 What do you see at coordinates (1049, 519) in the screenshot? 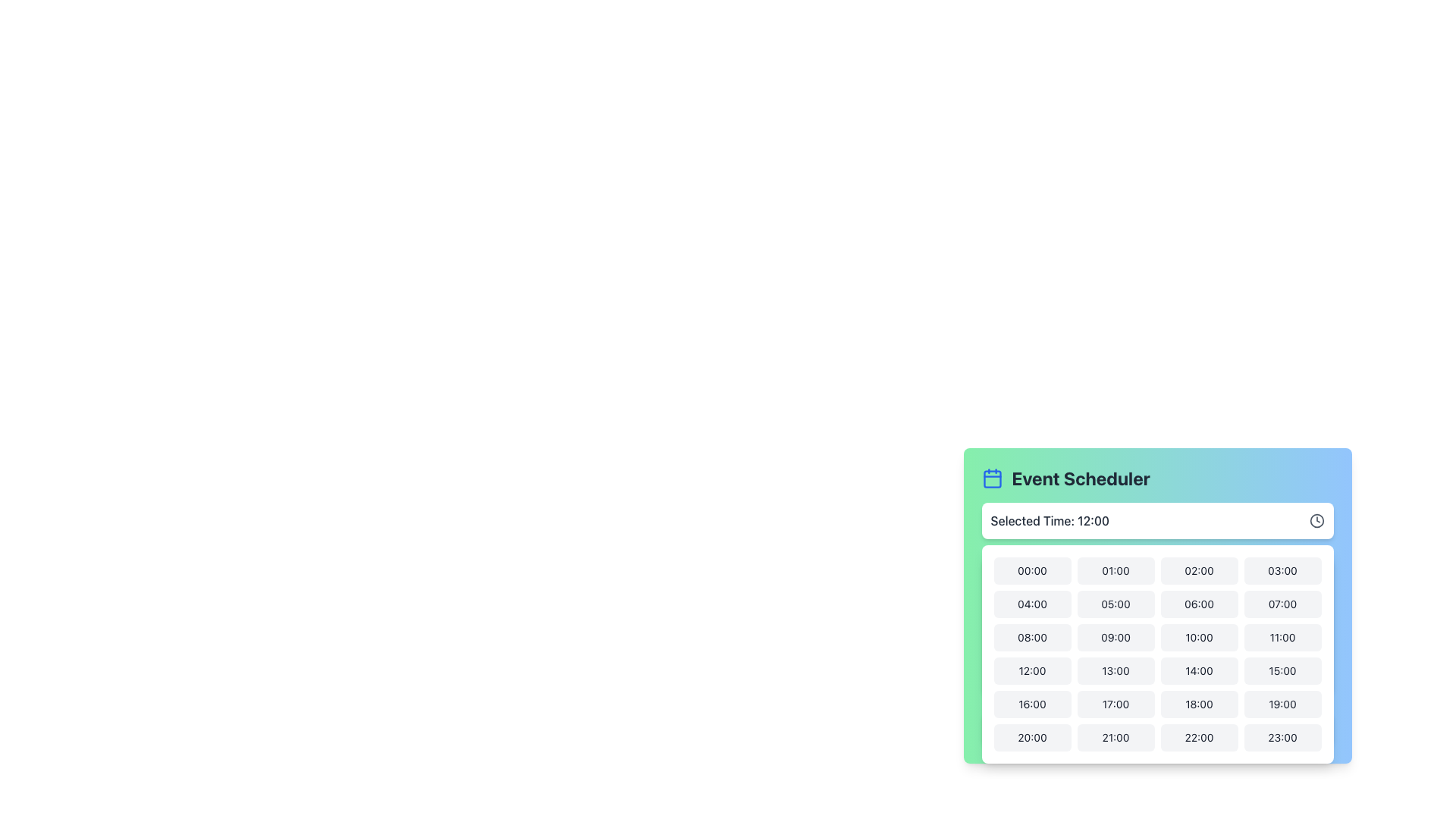
I see `the text label indicating the currently selected time within the scheduling interface, located to the left of the clock icon` at bounding box center [1049, 519].